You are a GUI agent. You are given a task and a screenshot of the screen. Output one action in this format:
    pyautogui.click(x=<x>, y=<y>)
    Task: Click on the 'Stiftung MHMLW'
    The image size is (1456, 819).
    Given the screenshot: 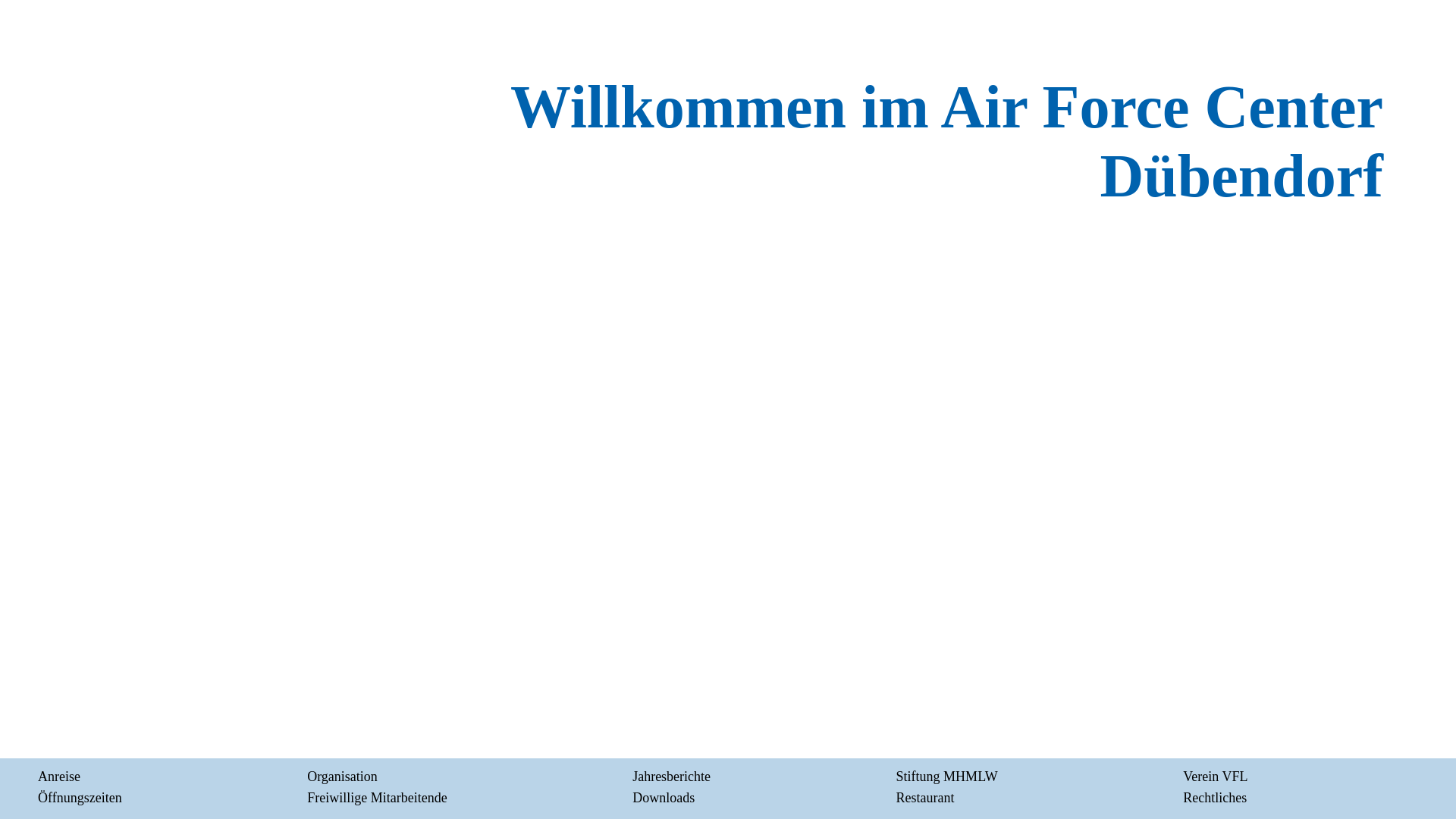 What is the action you would take?
    pyautogui.click(x=946, y=776)
    